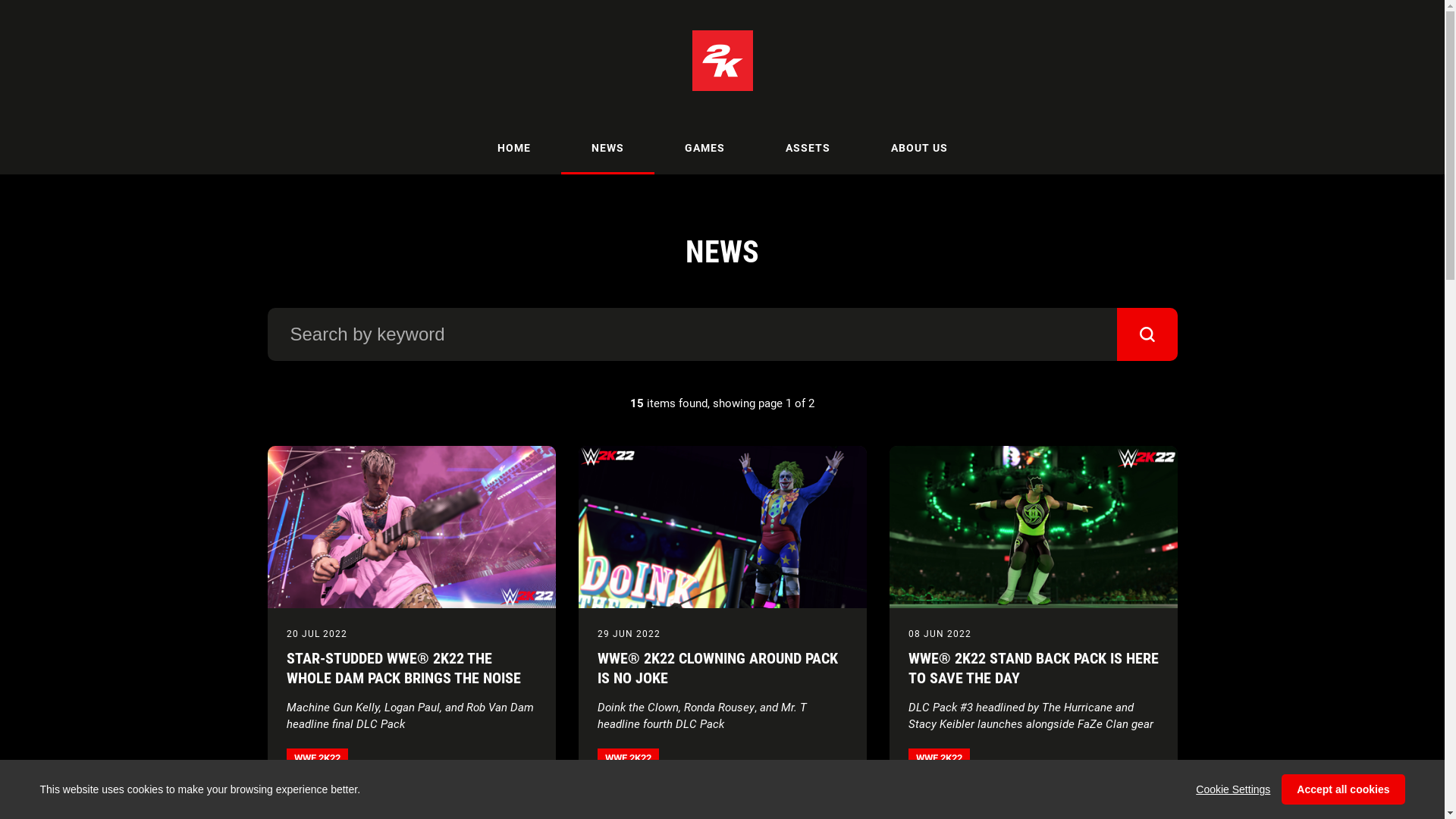  I want to click on 'Accept all cookies', so click(1343, 789).